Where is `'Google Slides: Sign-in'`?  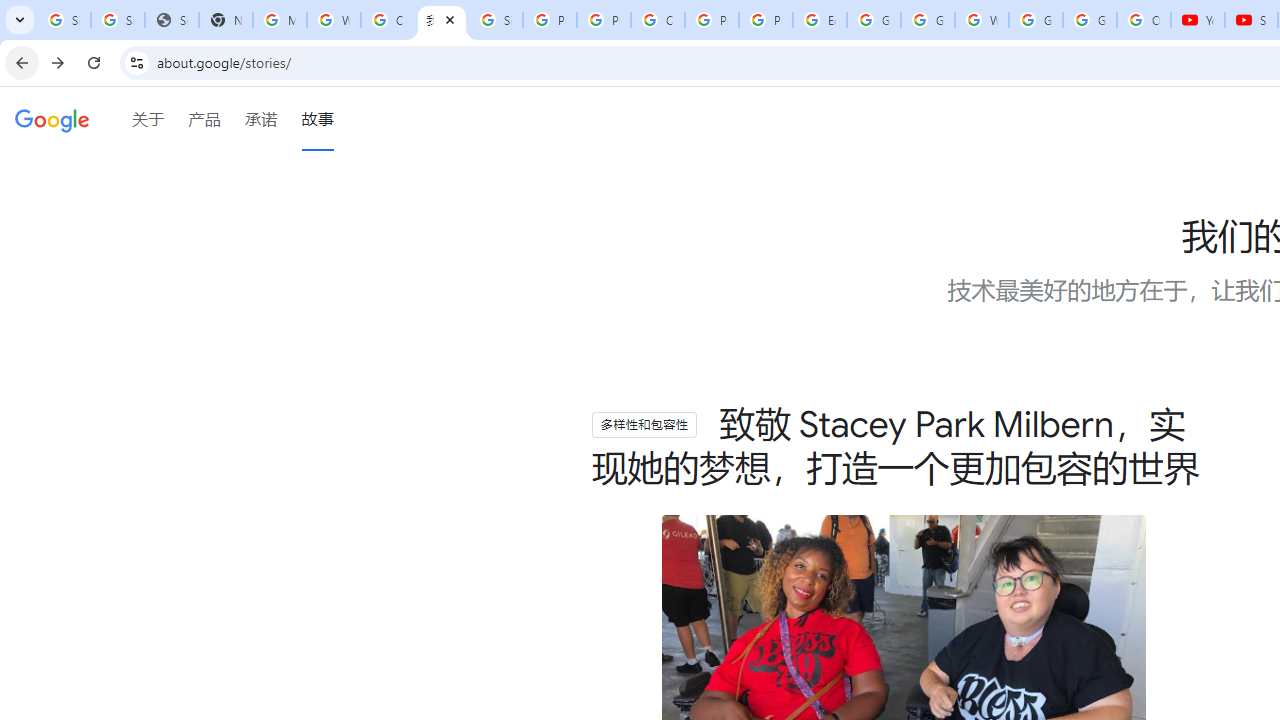
'Google Slides: Sign-in' is located at coordinates (874, 20).